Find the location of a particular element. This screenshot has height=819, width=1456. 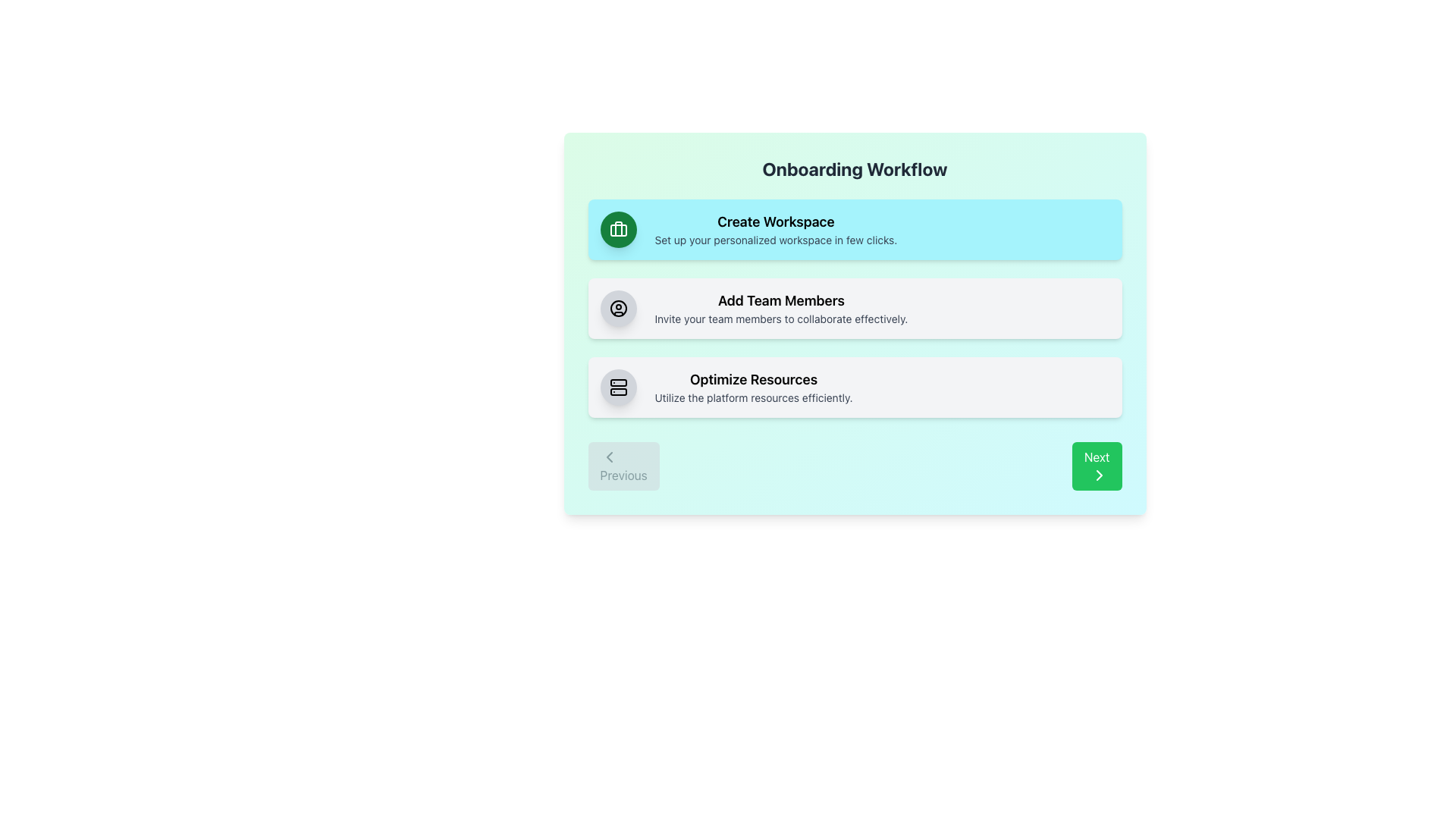

the static text providing additional context below the heading 'Optimize Resources' in the third card of the onboarding workflow is located at coordinates (753, 397).